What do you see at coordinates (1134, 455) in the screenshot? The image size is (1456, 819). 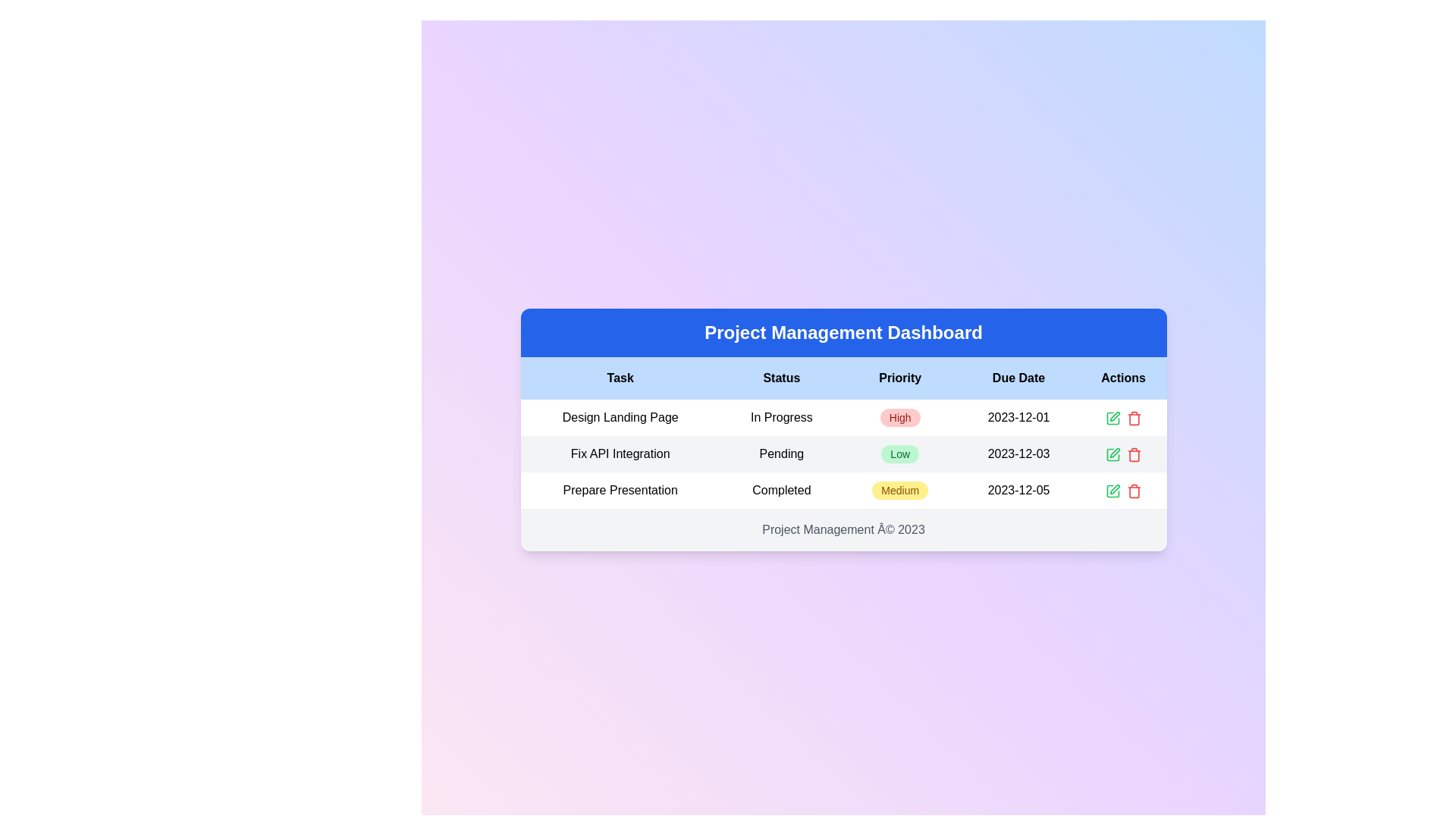 I see `the delete icon in the Actions column of the third row, corresponding to the 'Prepare Presentation' task` at bounding box center [1134, 455].